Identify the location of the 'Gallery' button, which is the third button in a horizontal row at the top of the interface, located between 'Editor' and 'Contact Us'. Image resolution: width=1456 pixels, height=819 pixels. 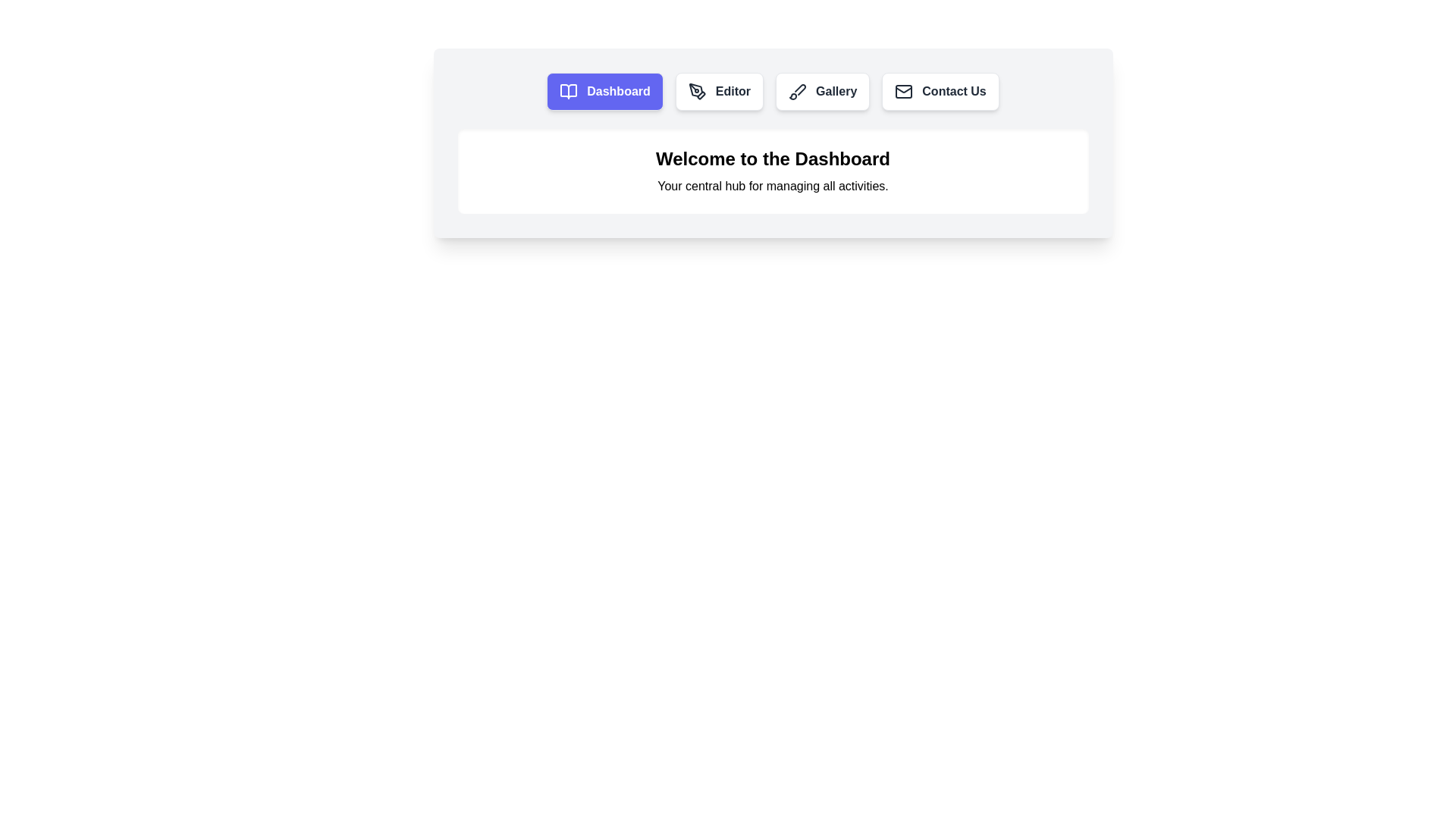
(822, 91).